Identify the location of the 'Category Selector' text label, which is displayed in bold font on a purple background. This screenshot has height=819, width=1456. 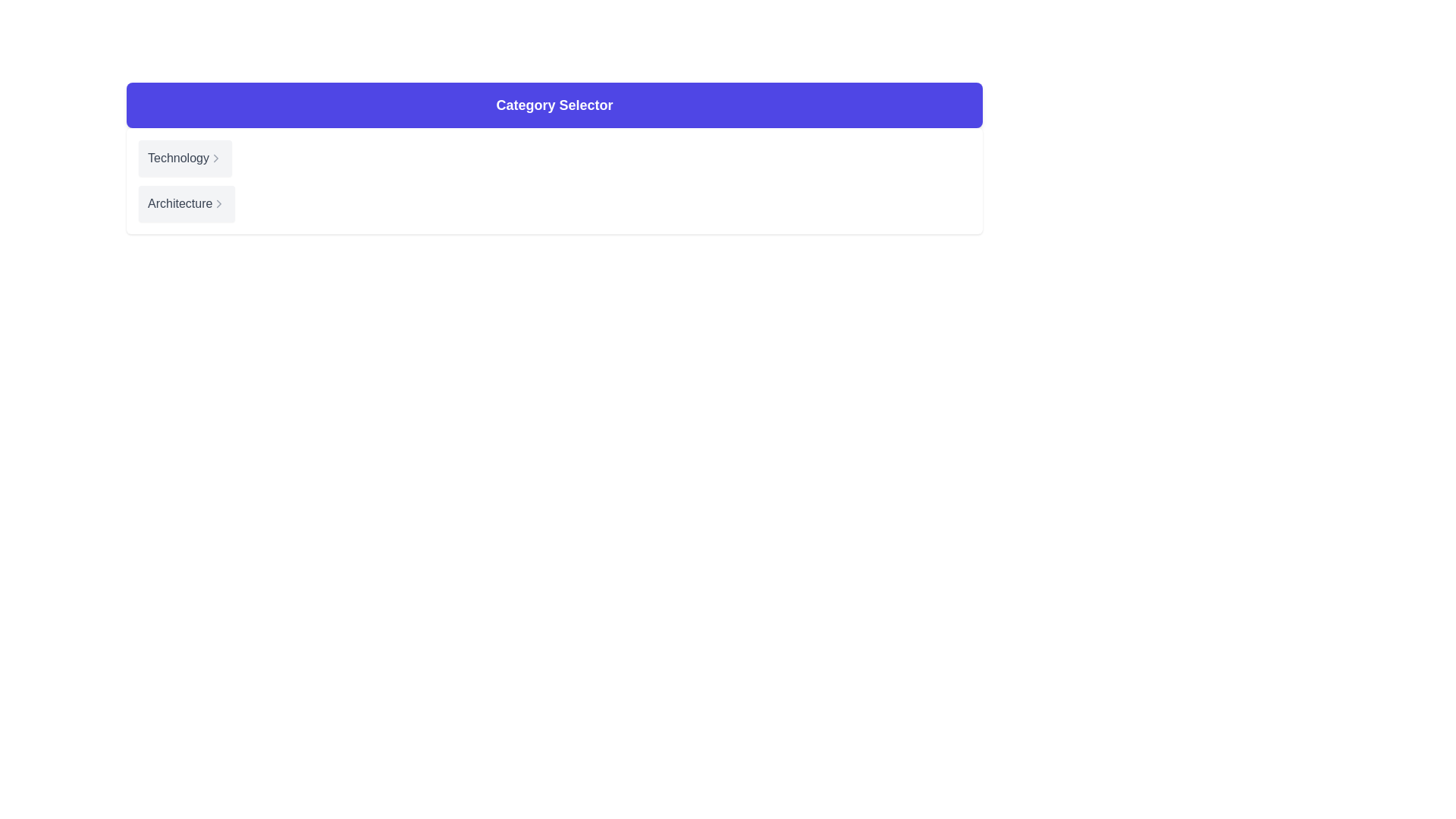
(554, 104).